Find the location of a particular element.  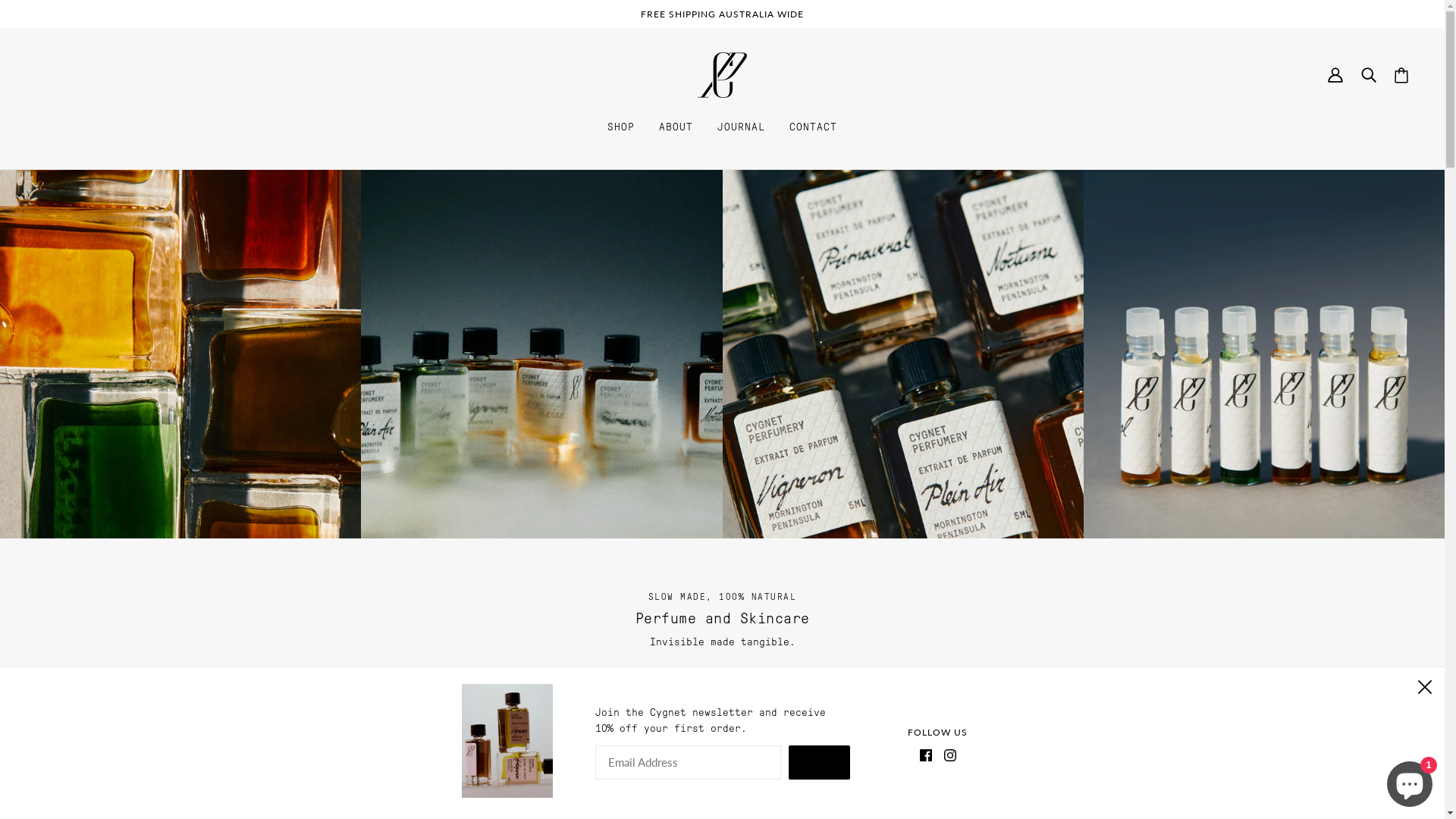

'JOURNAL' is located at coordinates (704, 127).